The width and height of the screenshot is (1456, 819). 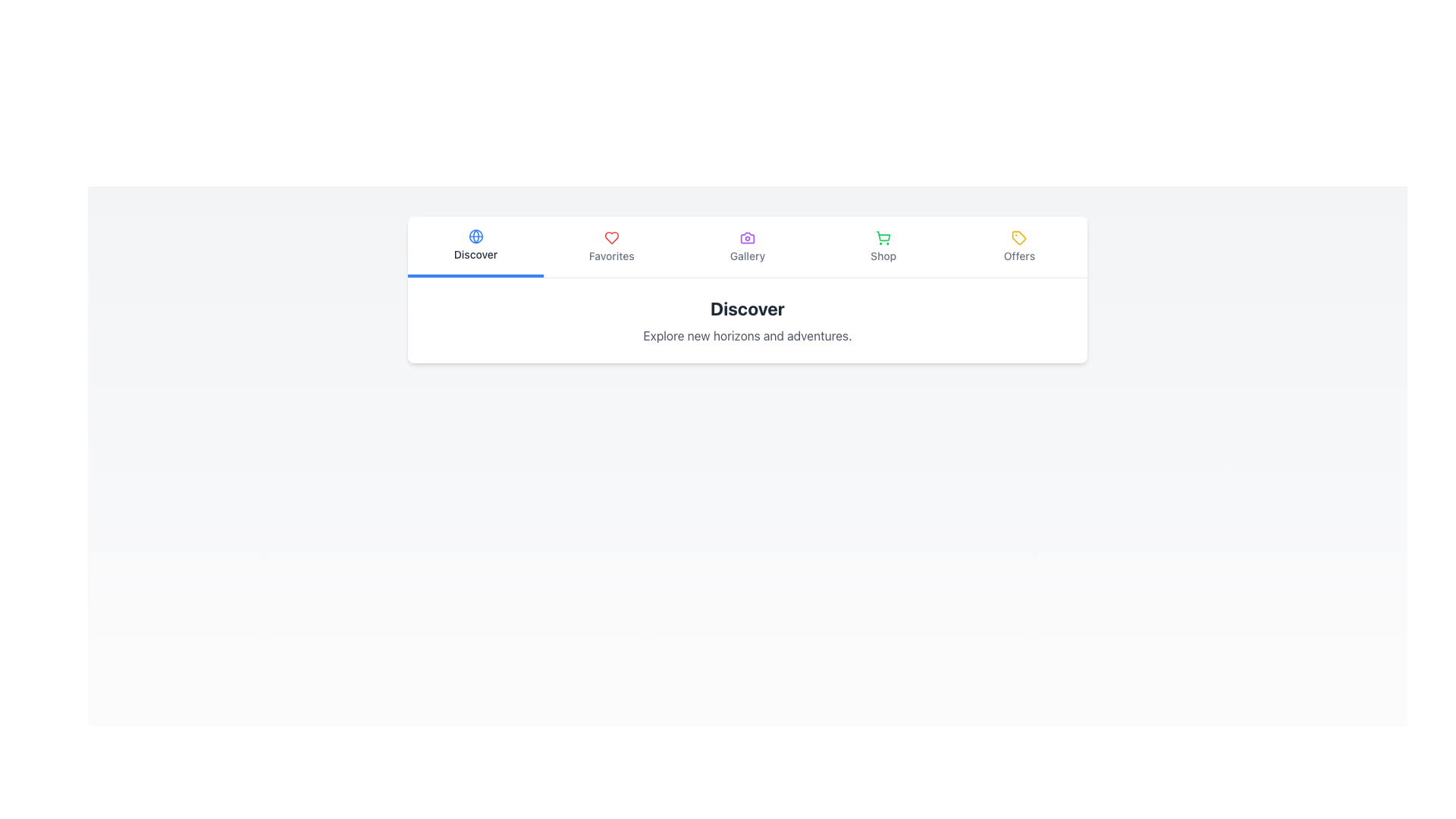 What do you see at coordinates (747, 237) in the screenshot?
I see `the camera icon in the navigation bar, which is the third icon in a sequence of five` at bounding box center [747, 237].